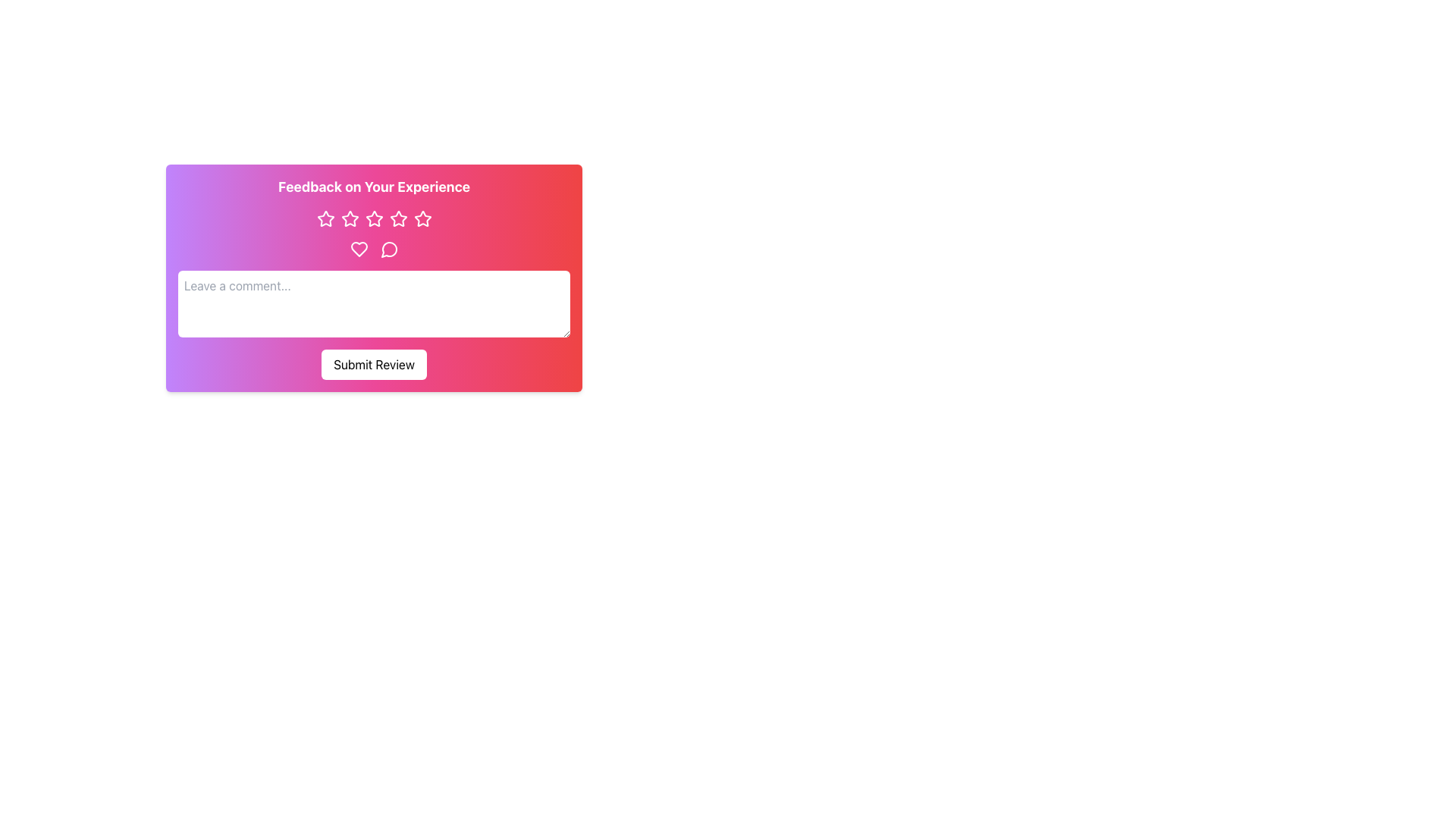  Describe the element at coordinates (389, 249) in the screenshot. I see `the circular speech bubble icon with a gradient pink color located near the bottom-center of the feedback section, adjacent to a heart icon` at that location.